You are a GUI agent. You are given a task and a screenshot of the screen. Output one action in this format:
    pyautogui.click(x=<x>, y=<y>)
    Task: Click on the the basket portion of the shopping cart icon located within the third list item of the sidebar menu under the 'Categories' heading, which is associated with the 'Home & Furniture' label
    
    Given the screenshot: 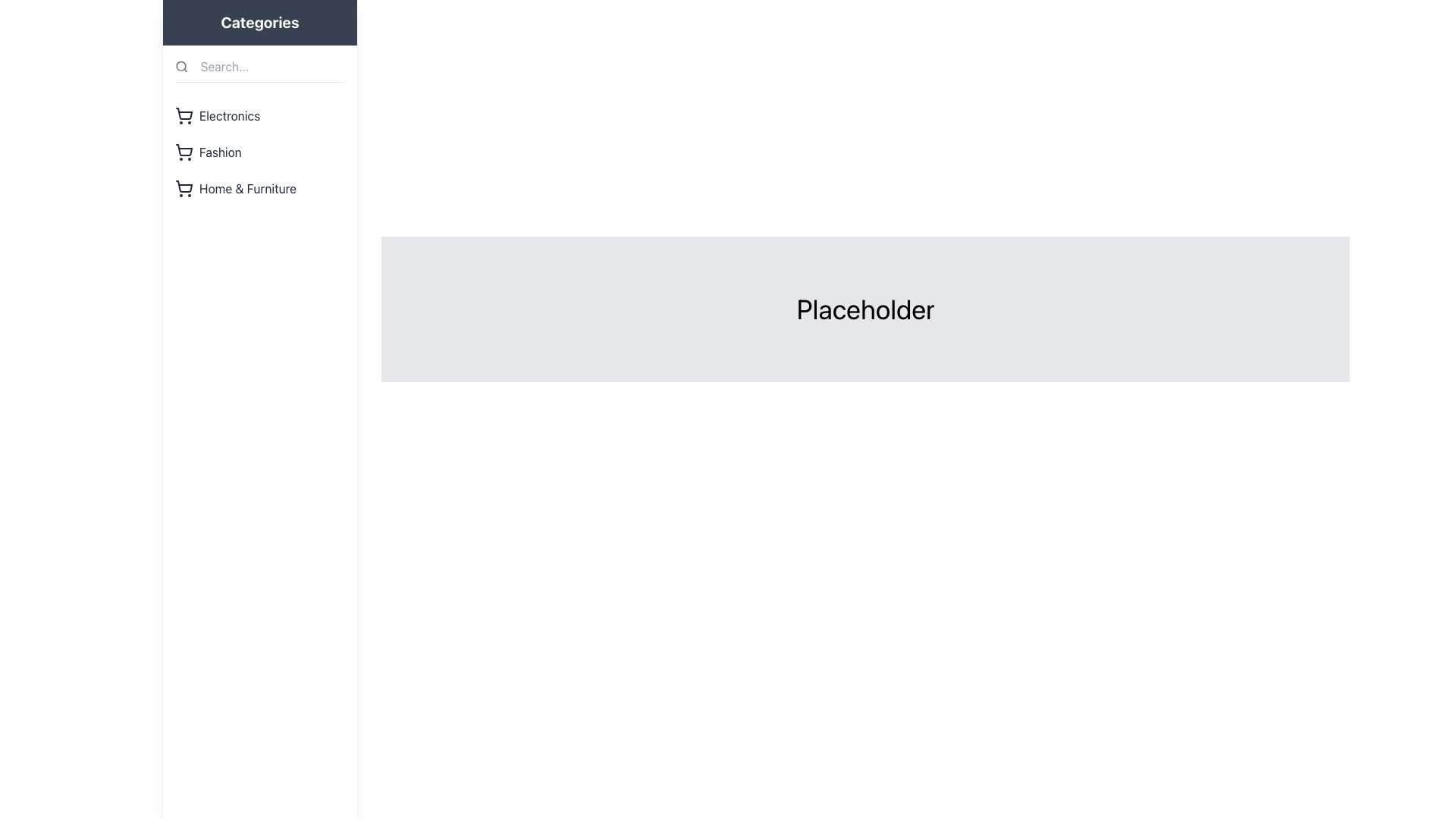 What is the action you would take?
    pyautogui.click(x=184, y=186)
    